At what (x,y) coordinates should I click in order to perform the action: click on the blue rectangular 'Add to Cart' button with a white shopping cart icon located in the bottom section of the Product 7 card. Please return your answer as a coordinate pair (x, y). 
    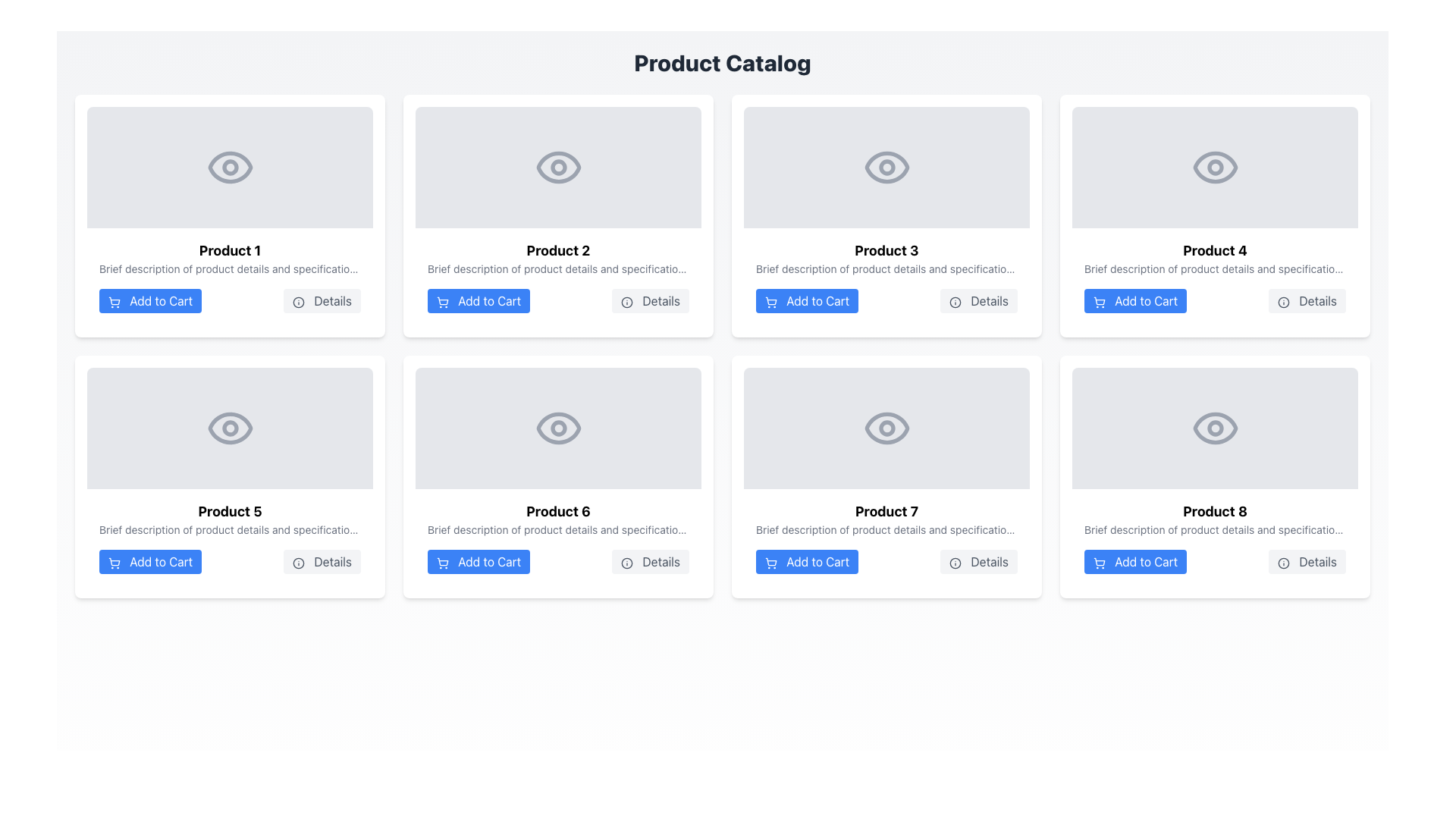
    Looking at the image, I should click on (806, 561).